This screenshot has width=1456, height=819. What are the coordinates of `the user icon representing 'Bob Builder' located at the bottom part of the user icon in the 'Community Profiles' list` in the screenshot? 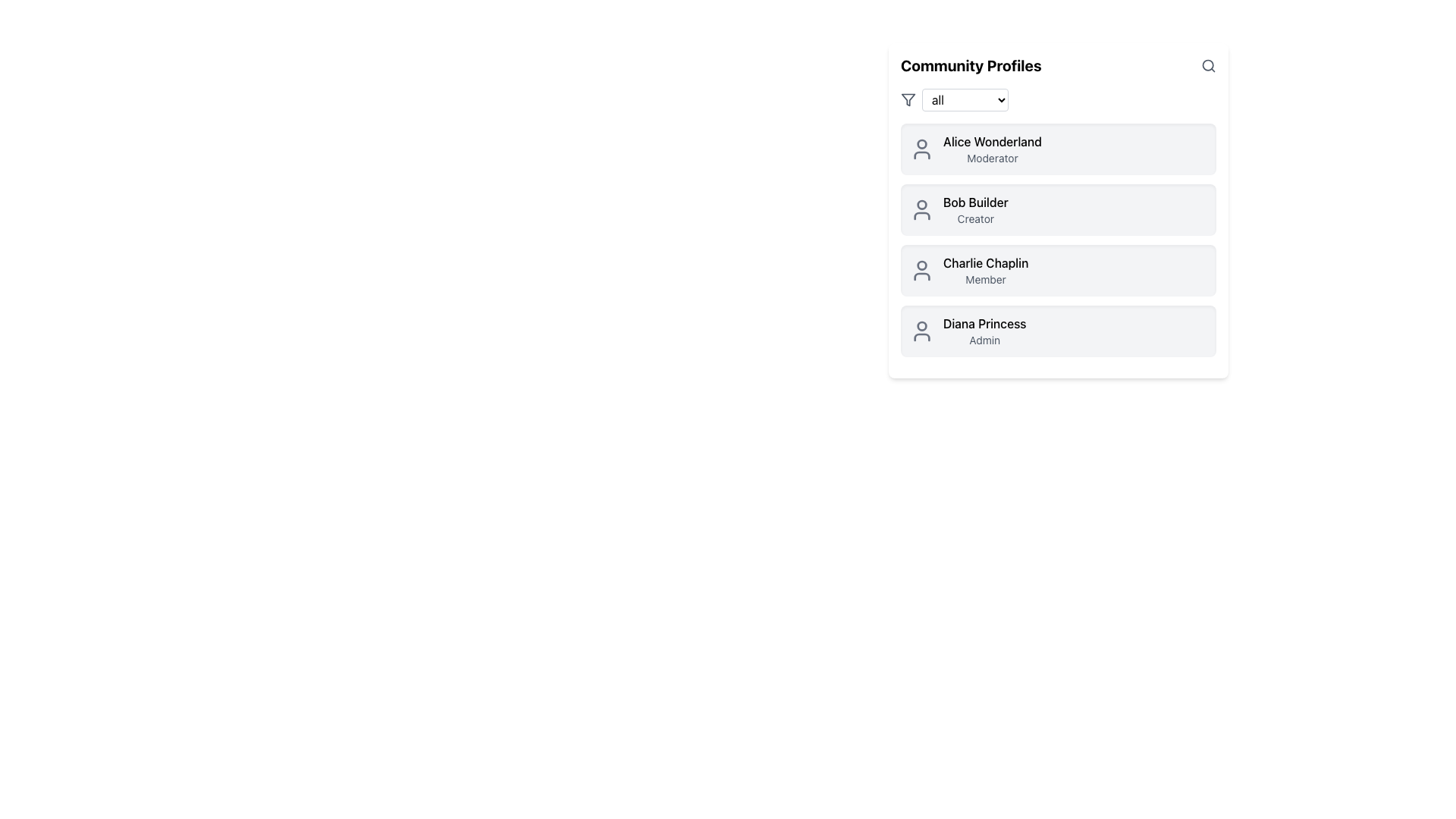 It's located at (921, 216).